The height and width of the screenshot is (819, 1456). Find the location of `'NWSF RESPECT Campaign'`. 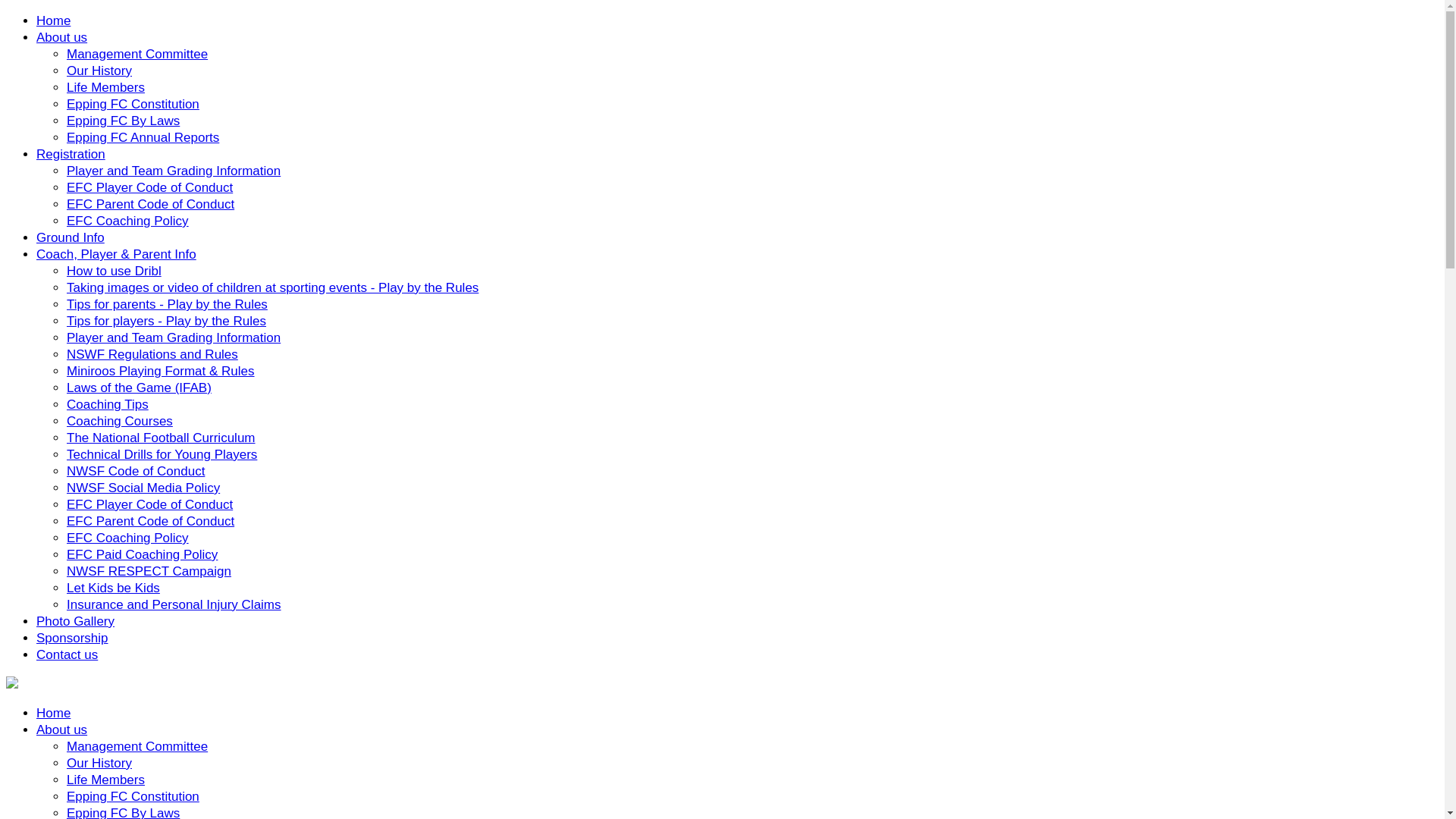

'NWSF RESPECT Campaign' is located at coordinates (65, 571).